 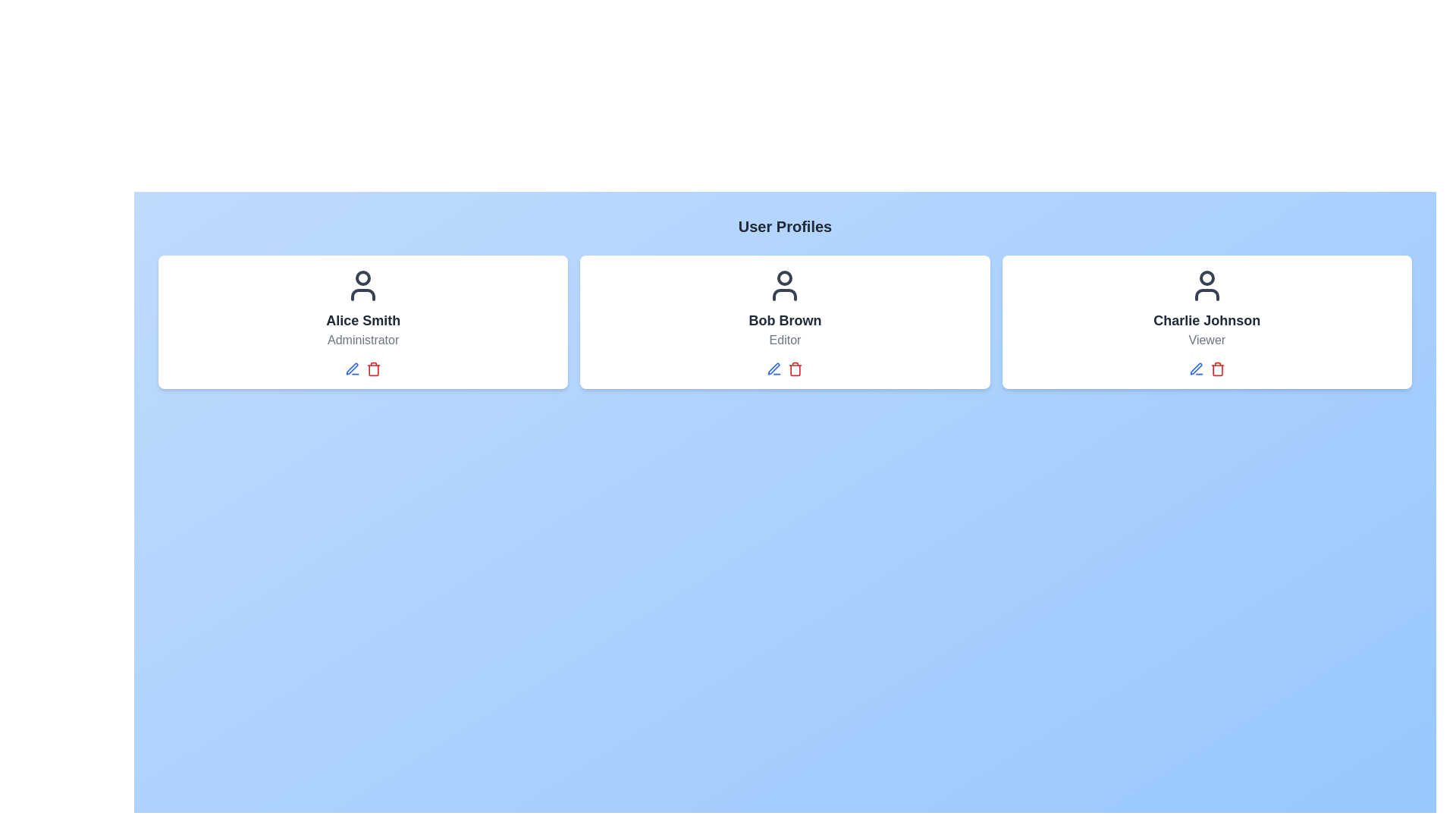 I want to click on the static text label displaying the user's full name in the user profile card, which is positioned below the user icon and above the 'Administrator' label, so click(x=362, y=320).